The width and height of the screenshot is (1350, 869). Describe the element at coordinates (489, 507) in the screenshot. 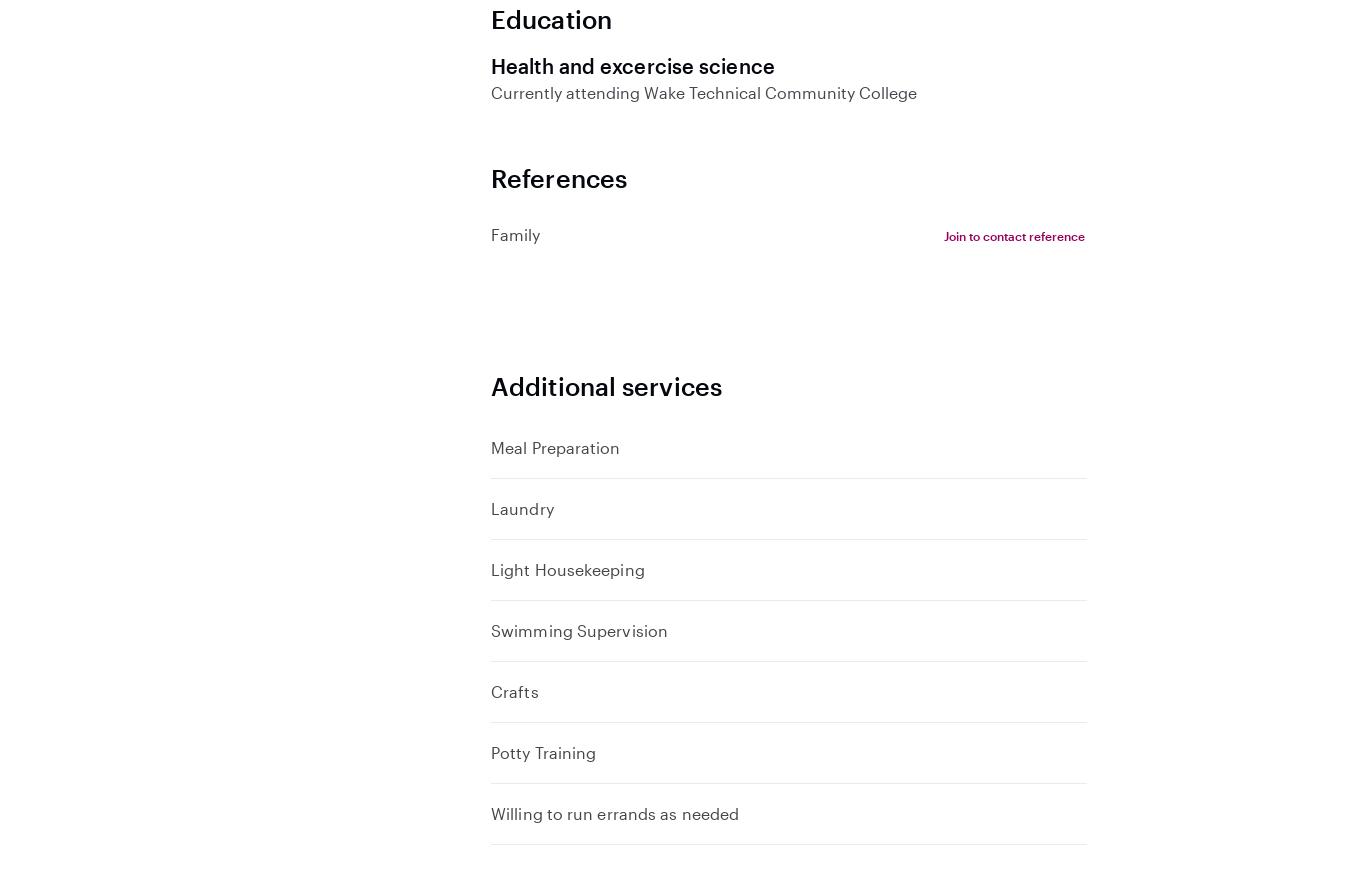

I see `'Laundry'` at that location.